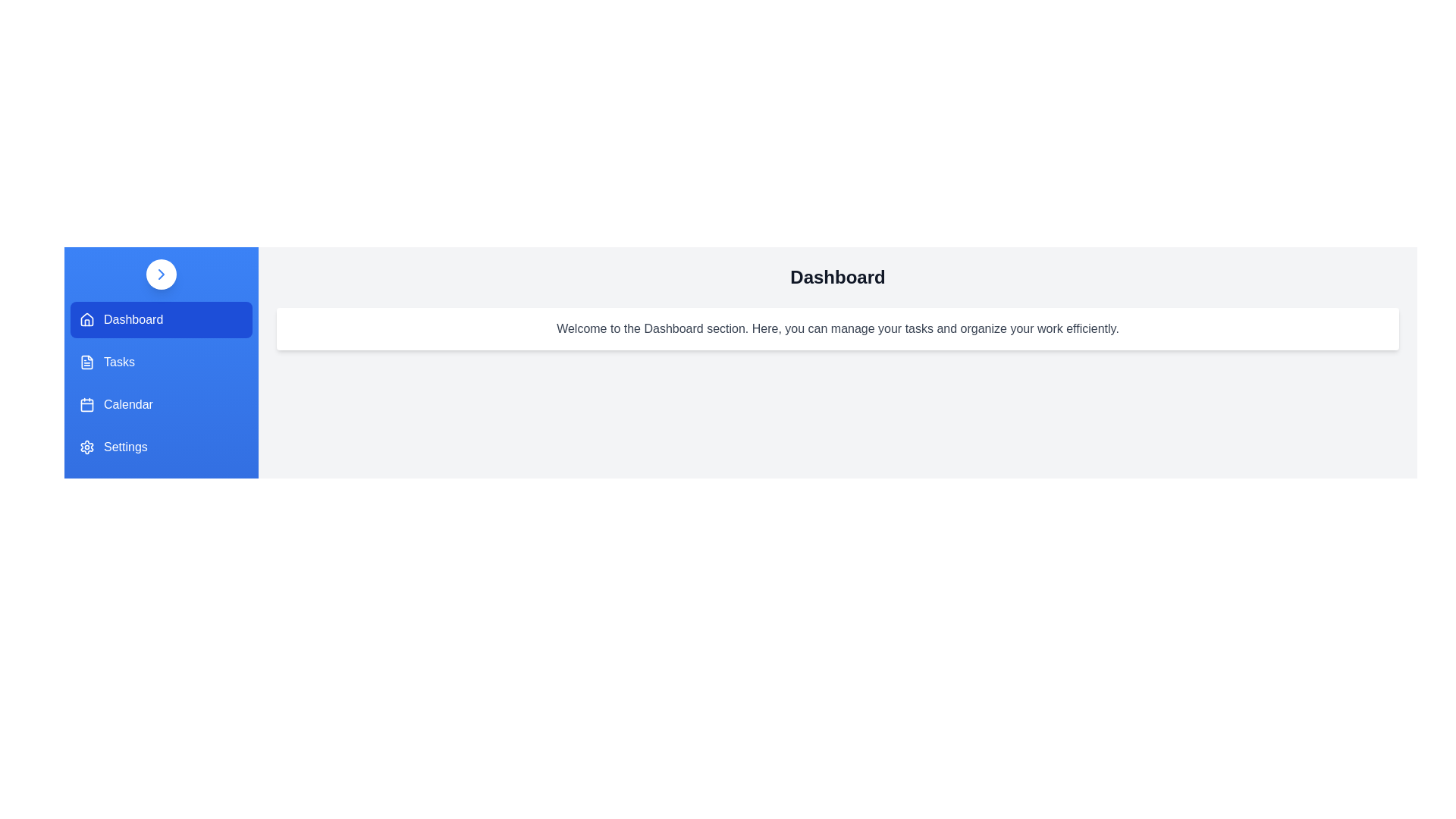 This screenshot has width=1456, height=819. I want to click on the menu item labeled 'Settings' to observe the visual feedback, so click(161, 447).